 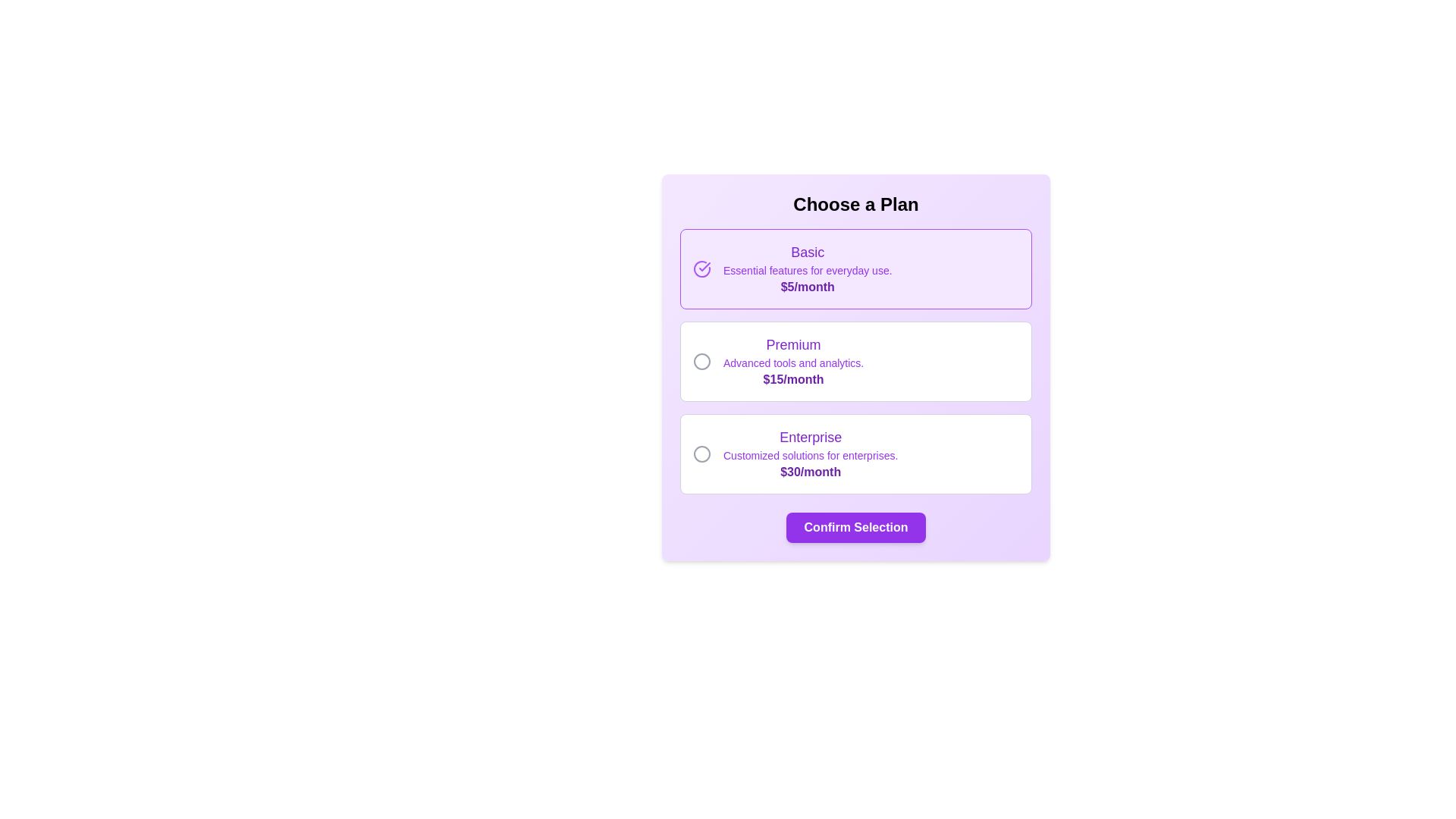 I want to click on the text displaying '$30/month' in bold purple font, which is positioned at the bottom of the 'Enterprise' option card, below the description 'Customized solutions for enterprises.', so click(x=810, y=472).